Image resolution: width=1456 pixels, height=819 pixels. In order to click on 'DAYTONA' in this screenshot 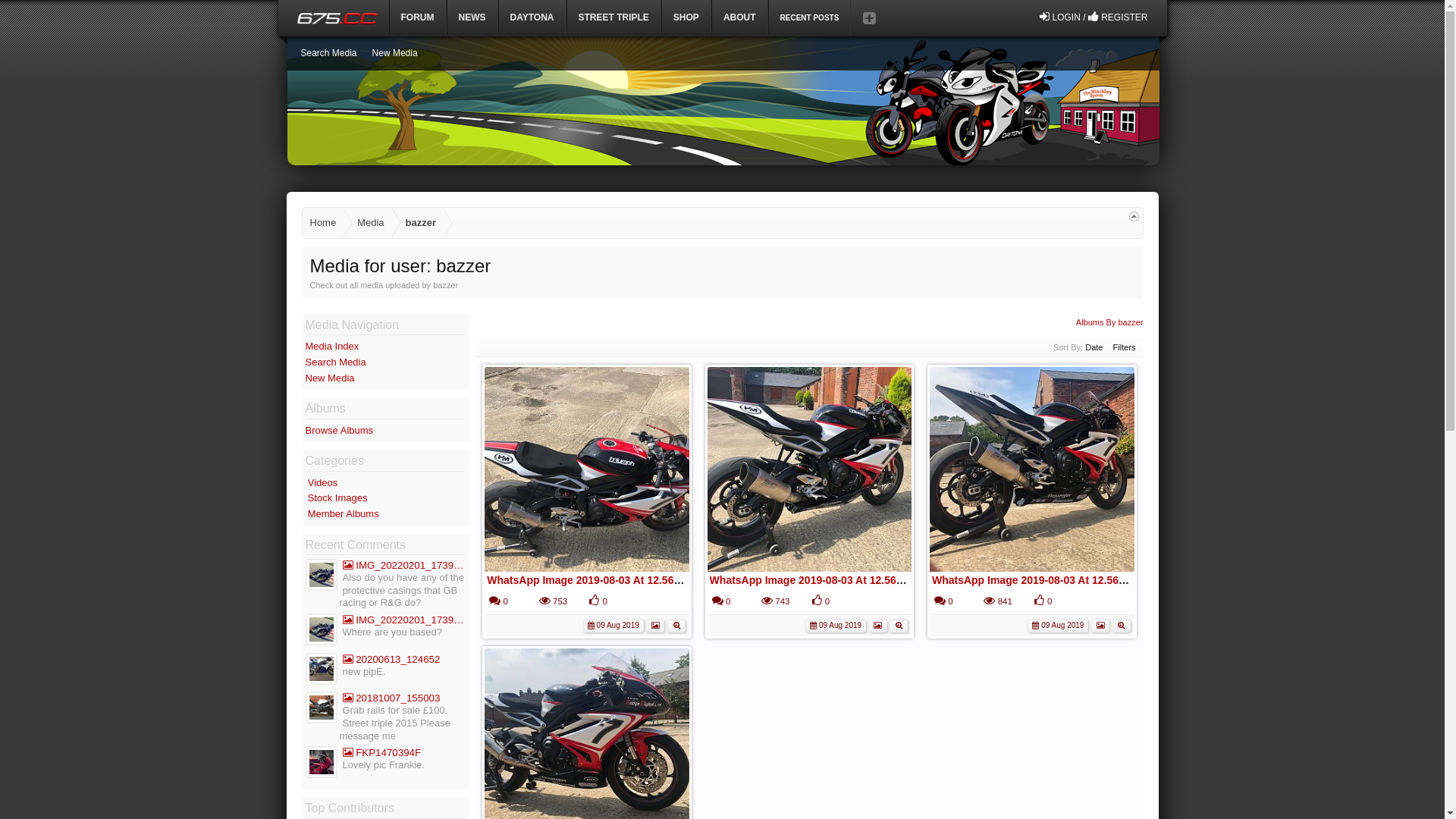, I will do `click(498, 17)`.